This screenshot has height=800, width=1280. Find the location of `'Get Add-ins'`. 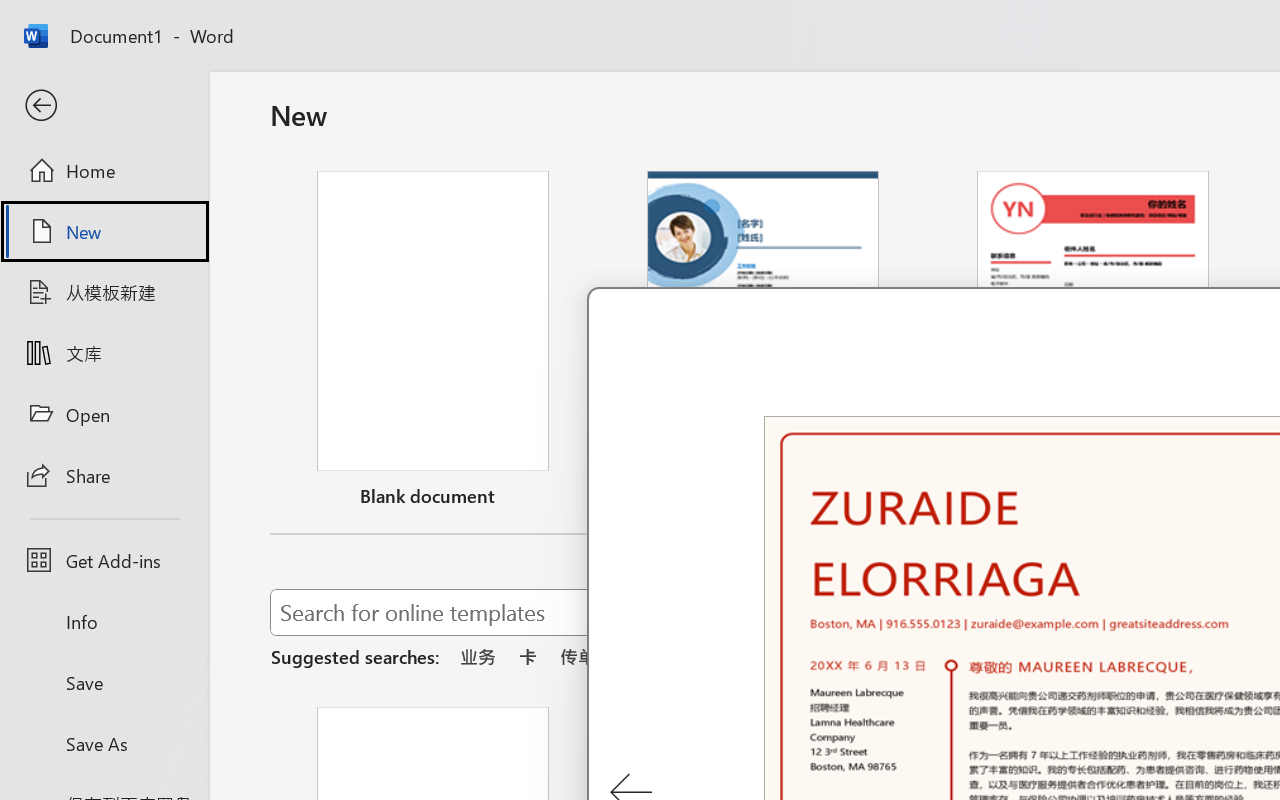

'Get Add-ins' is located at coordinates (103, 560).